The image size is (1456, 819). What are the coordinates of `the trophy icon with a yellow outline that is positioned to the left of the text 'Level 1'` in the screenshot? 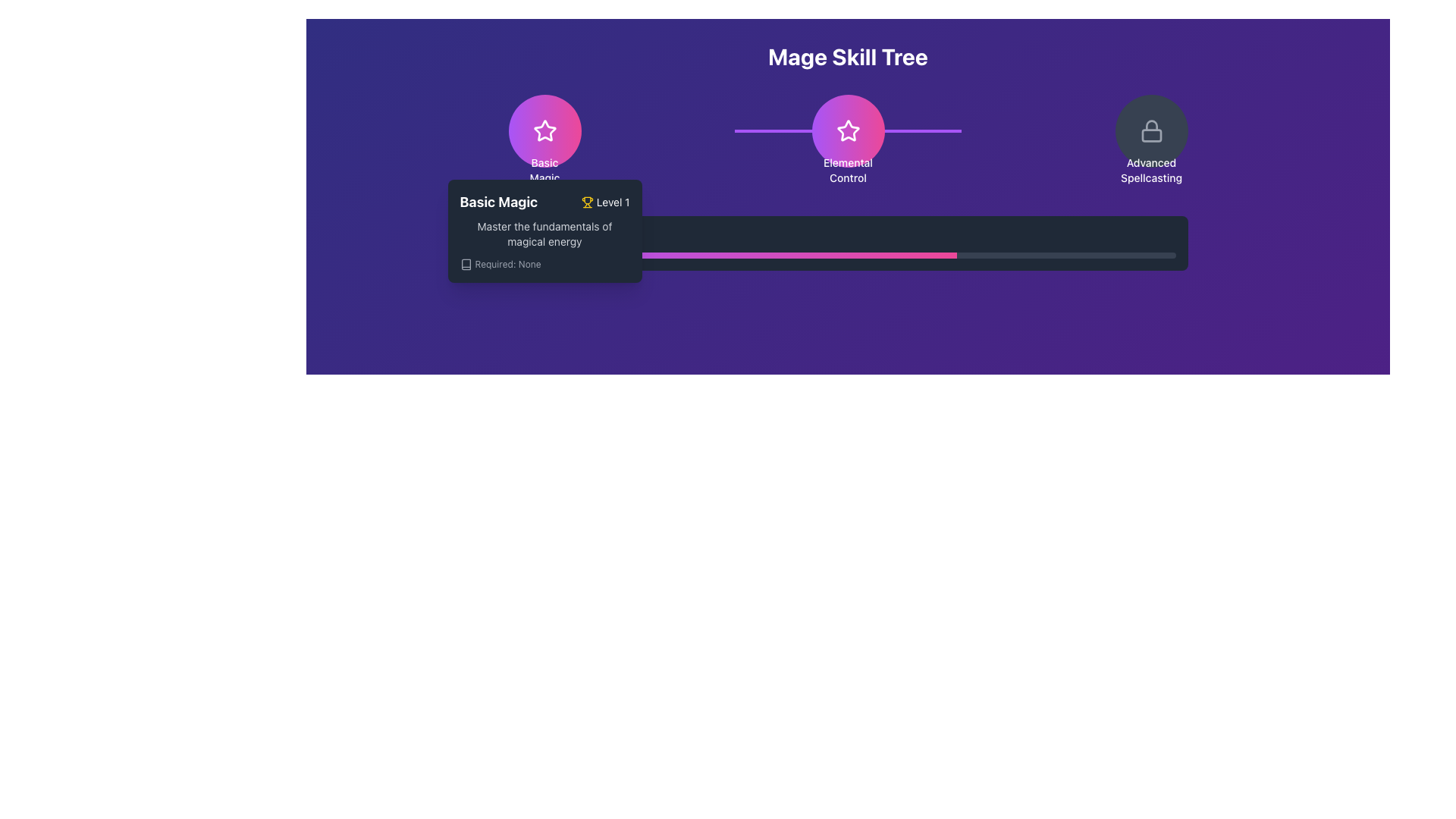 It's located at (586, 201).